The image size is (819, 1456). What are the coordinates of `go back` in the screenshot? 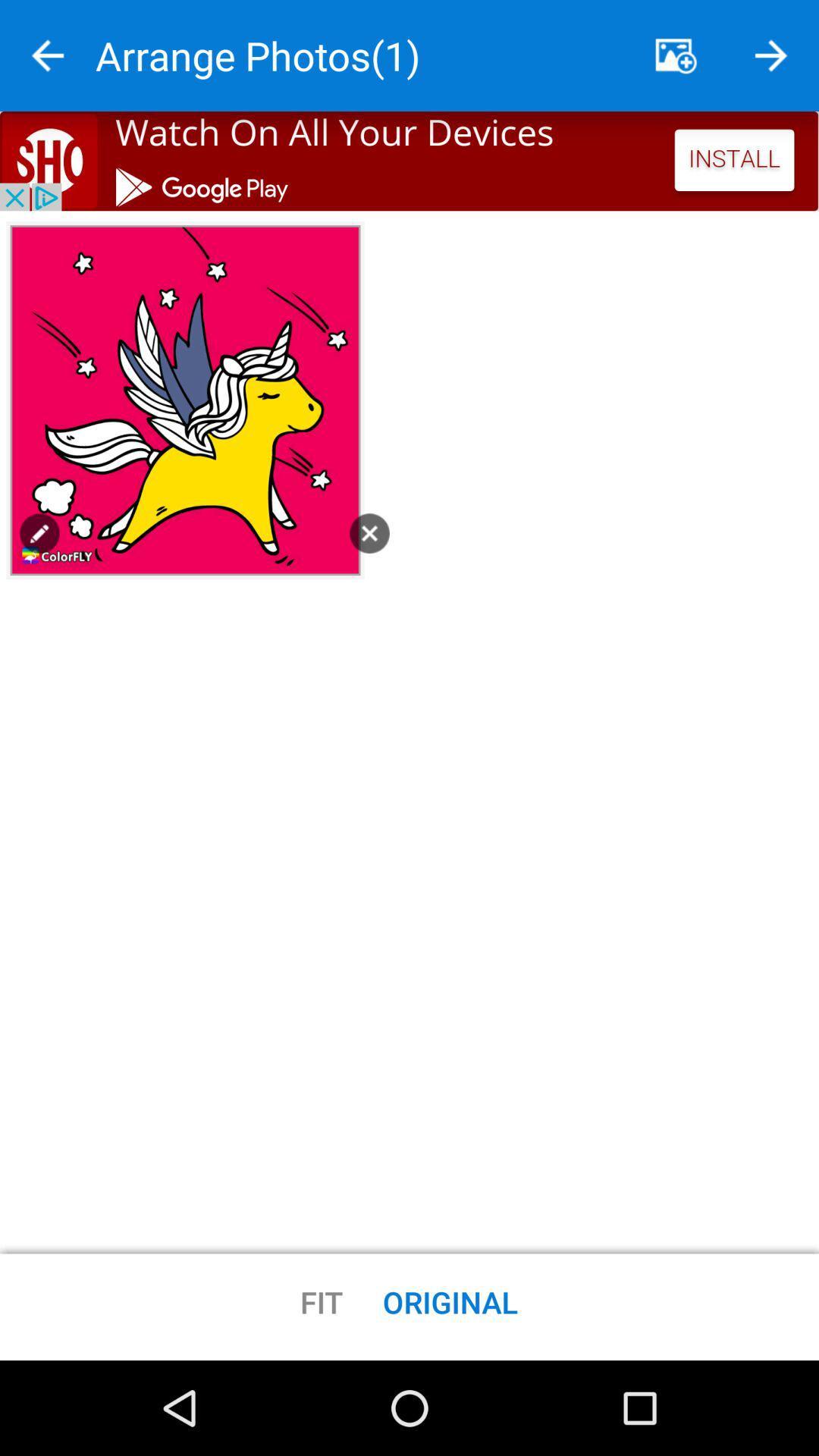 It's located at (771, 55).